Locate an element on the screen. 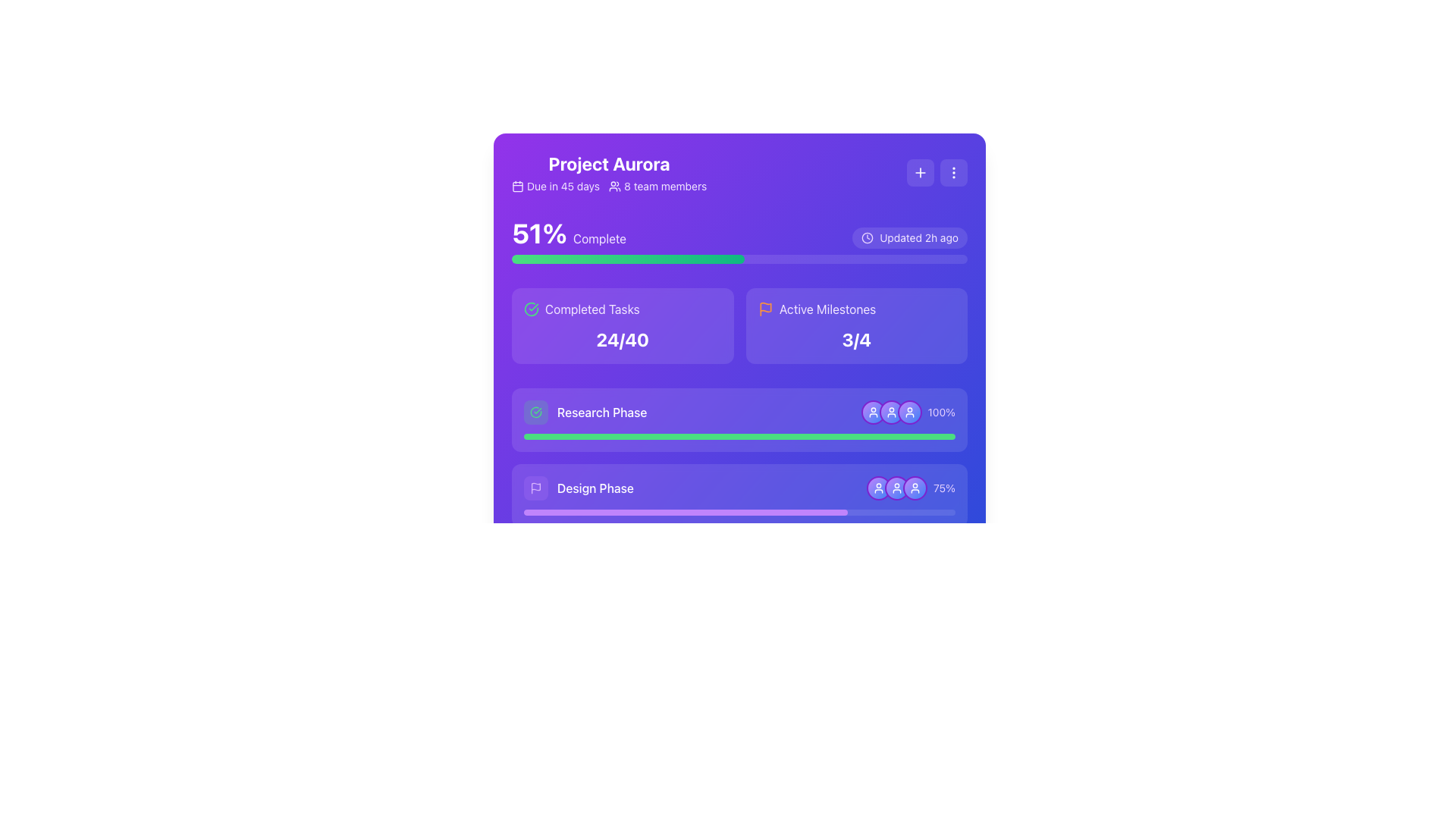  the Action bar buttons with rounded rectangles and semi-transparent purple background located at the top-right corner of the 'Project Aurora' panel is located at coordinates (937, 171).